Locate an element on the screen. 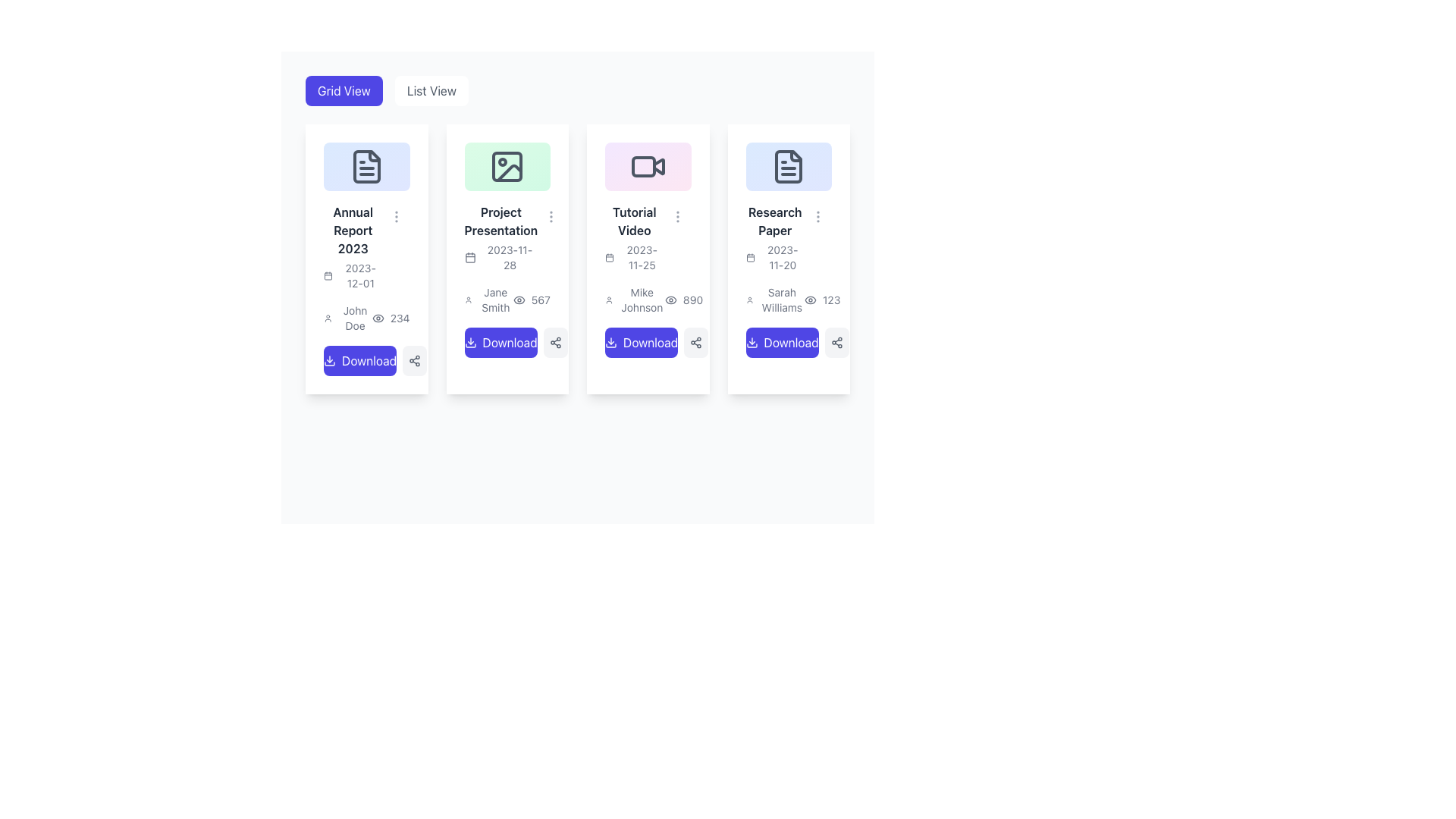 This screenshot has height=819, width=1456. the static text indicating view count located in the third card from the left, positioned next to an eye icon in the bottom-right segment of the card's content area is located at coordinates (692, 300).